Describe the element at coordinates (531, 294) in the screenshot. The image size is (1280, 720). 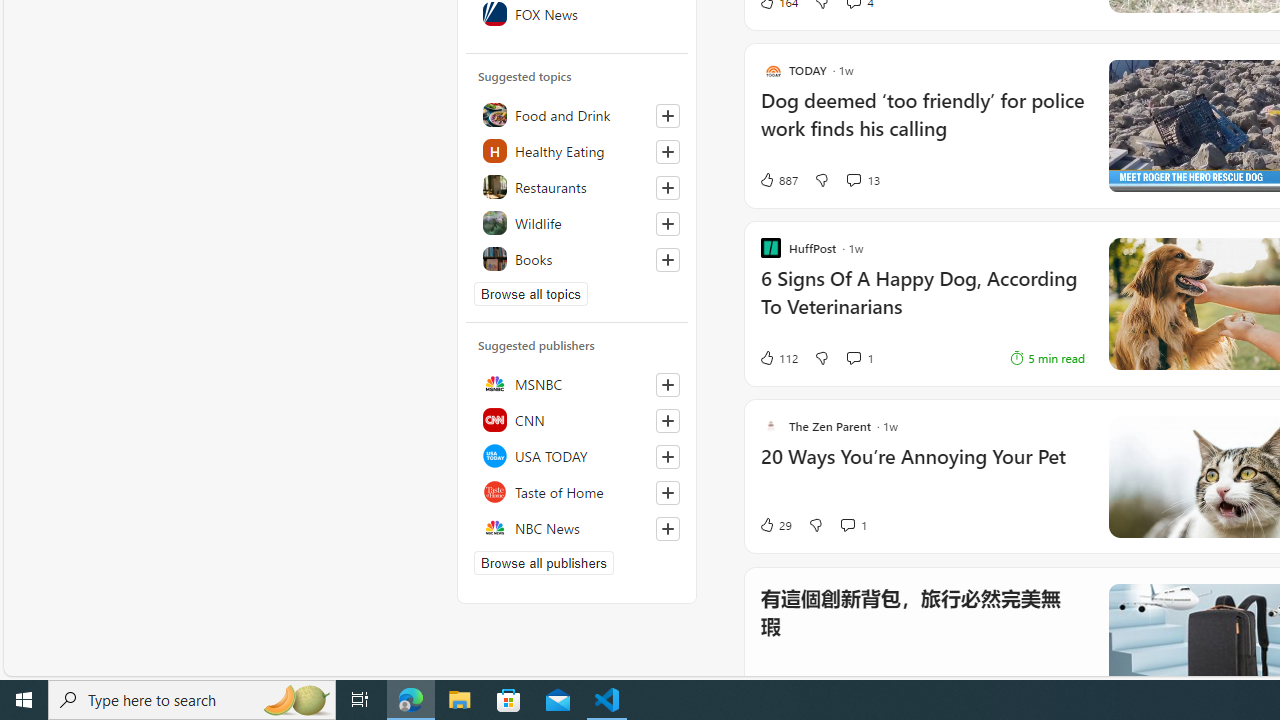
I see `'Browse all topics'` at that location.